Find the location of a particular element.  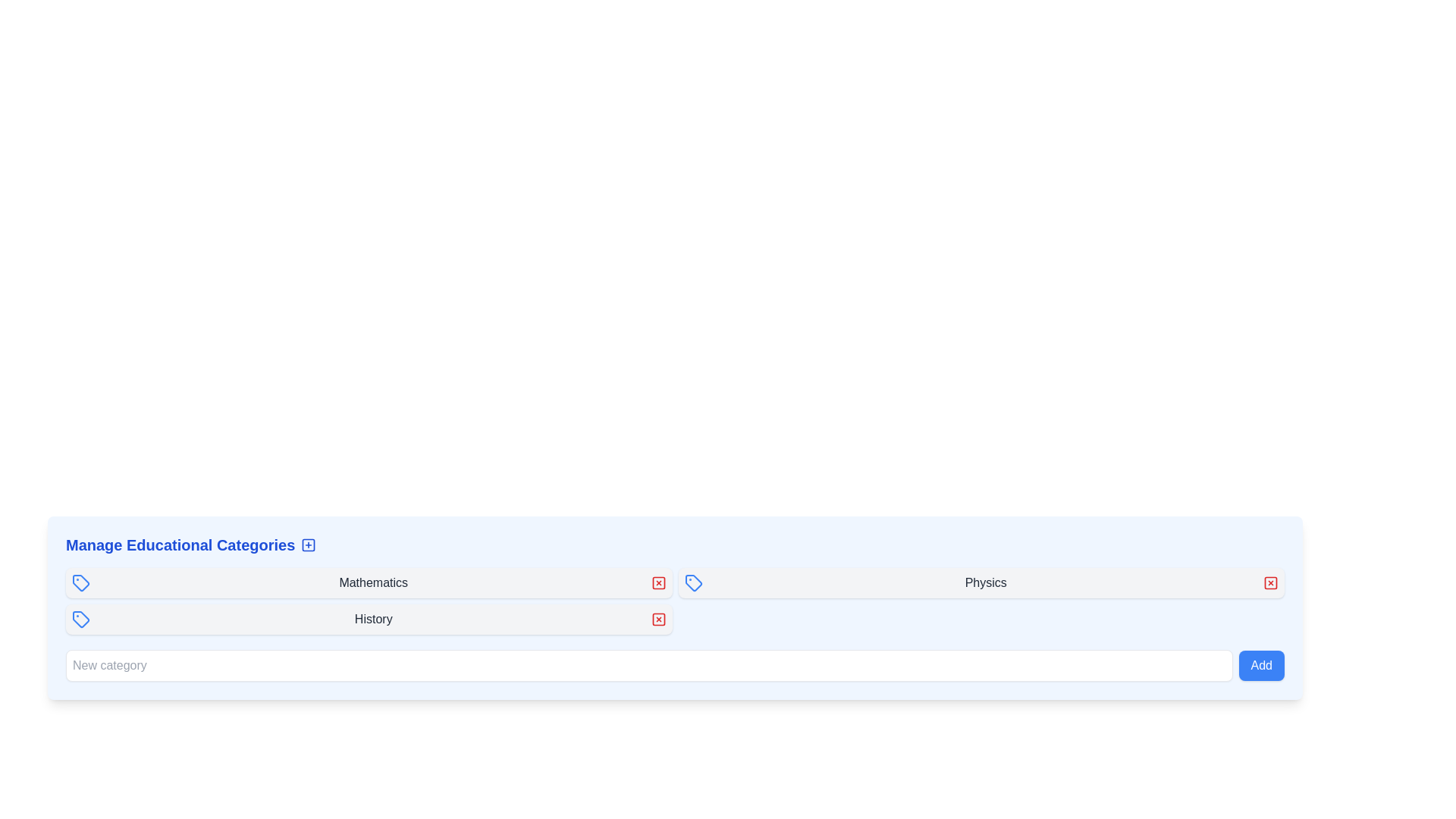

the icon representing the 'Mathematics' category in the 'Manage Educational Categories' section, located at the top-left of the panel is located at coordinates (80, 620).